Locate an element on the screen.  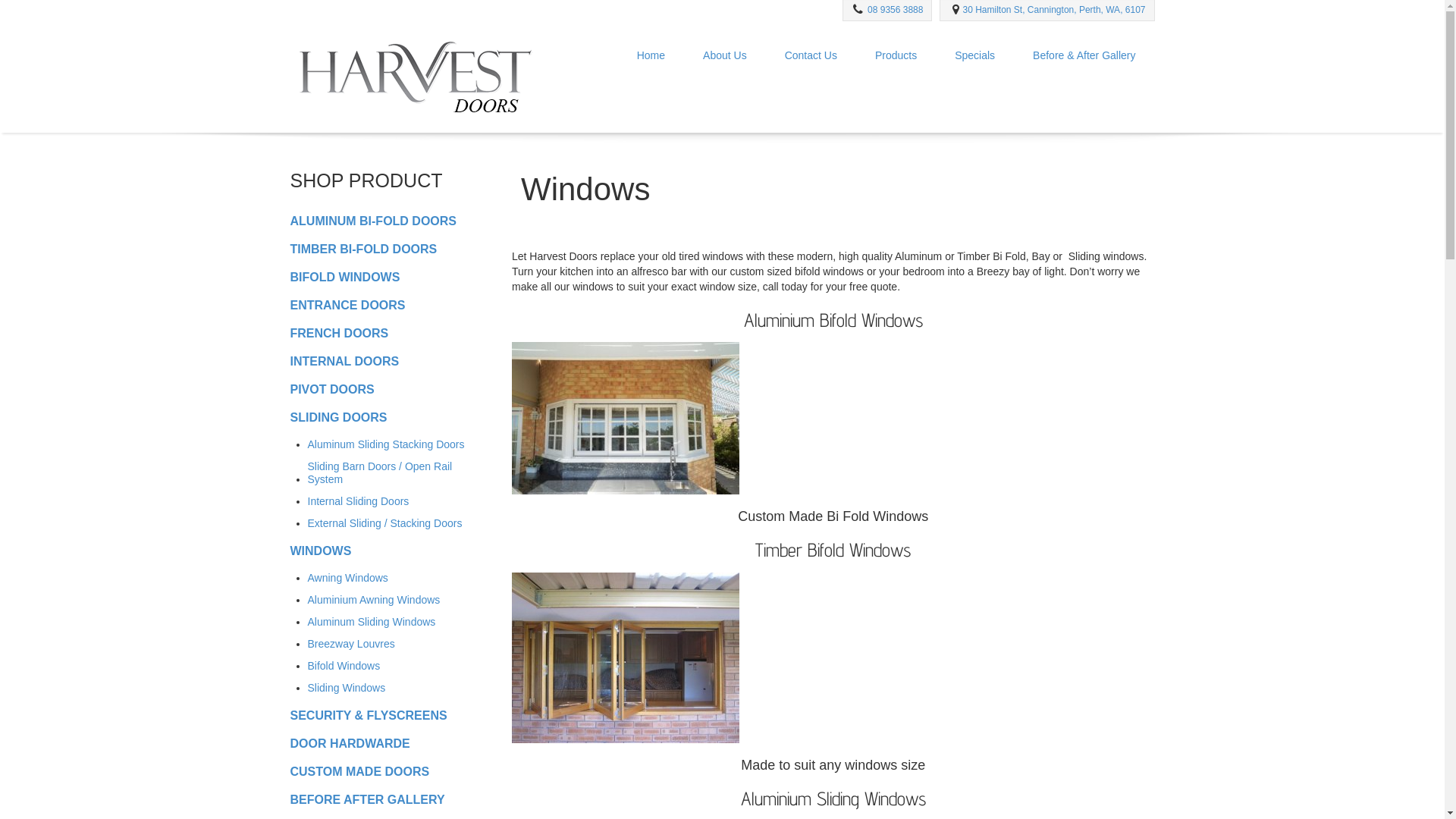
'BIFOLD WINDOWS' is located at coordinates (344, 276).